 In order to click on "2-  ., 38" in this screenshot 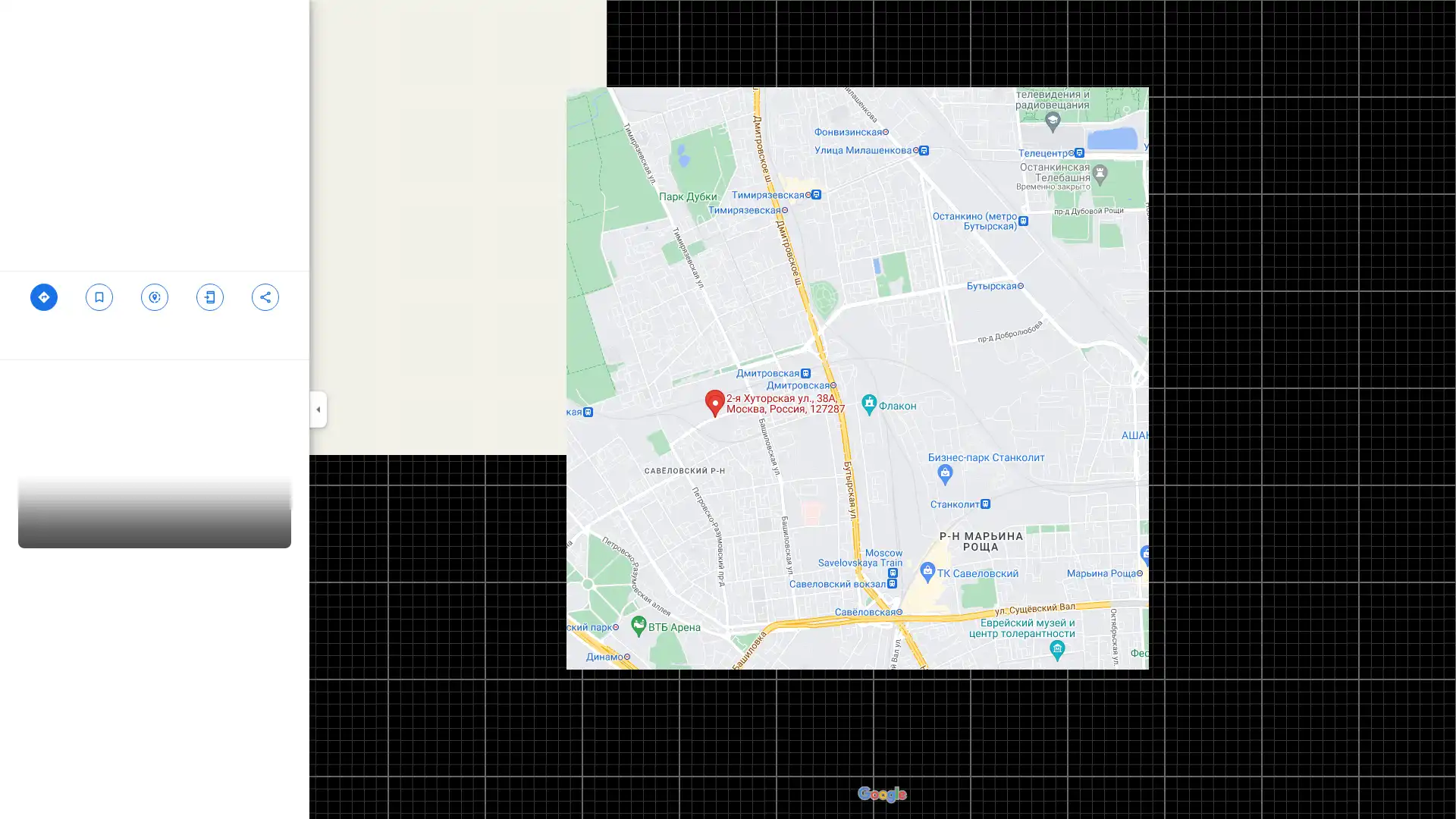, I will do `click(98, 303)`.